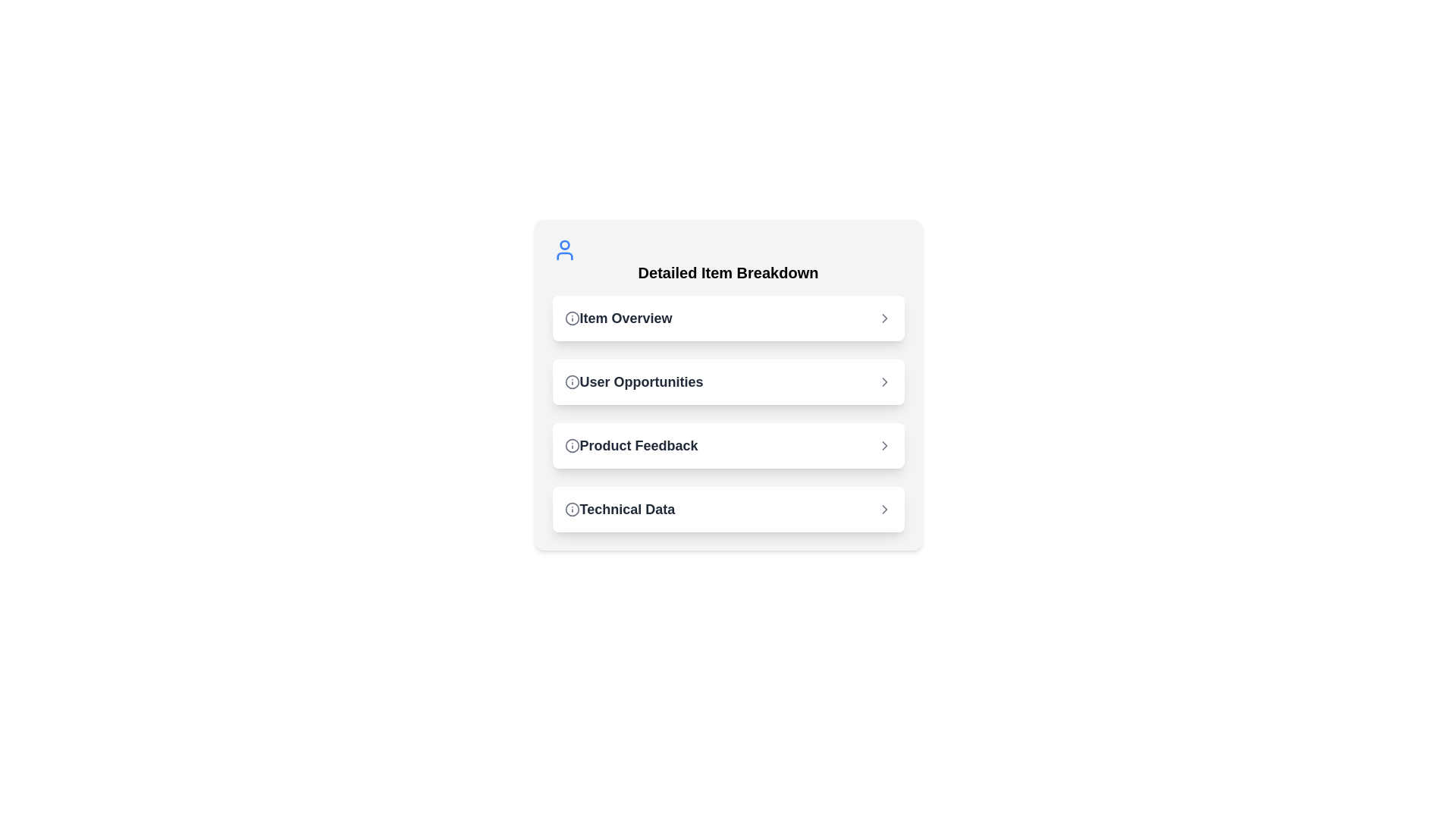 The width and height of the screenshot is (1456, 819). Describe the element at coordinates (728, 318) in the screenshot. I see `the 'Item Overview' button-like interactive list item, which is the topmost option` at that location.